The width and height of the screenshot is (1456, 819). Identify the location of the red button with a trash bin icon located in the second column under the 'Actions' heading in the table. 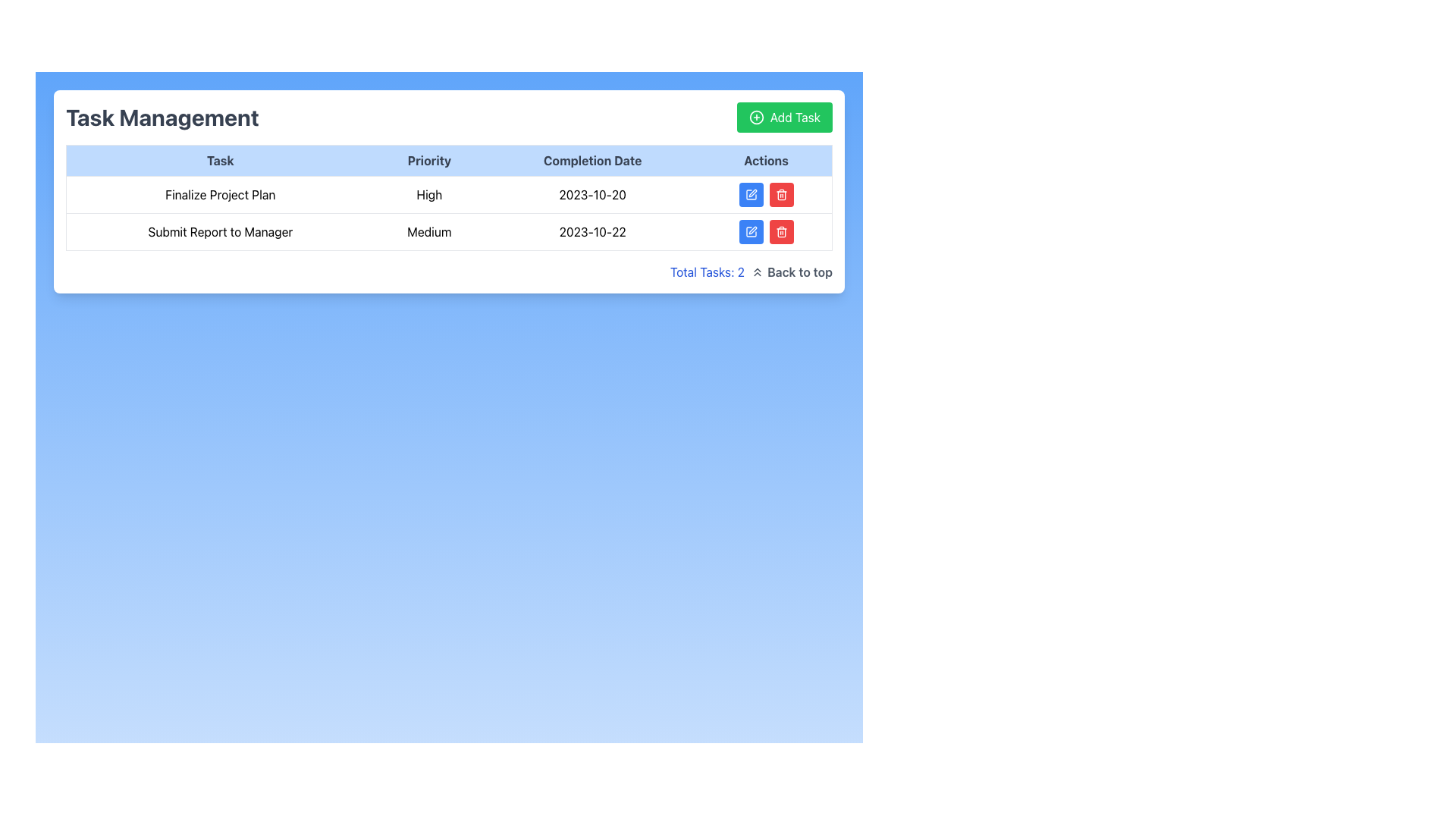
(781, 194).